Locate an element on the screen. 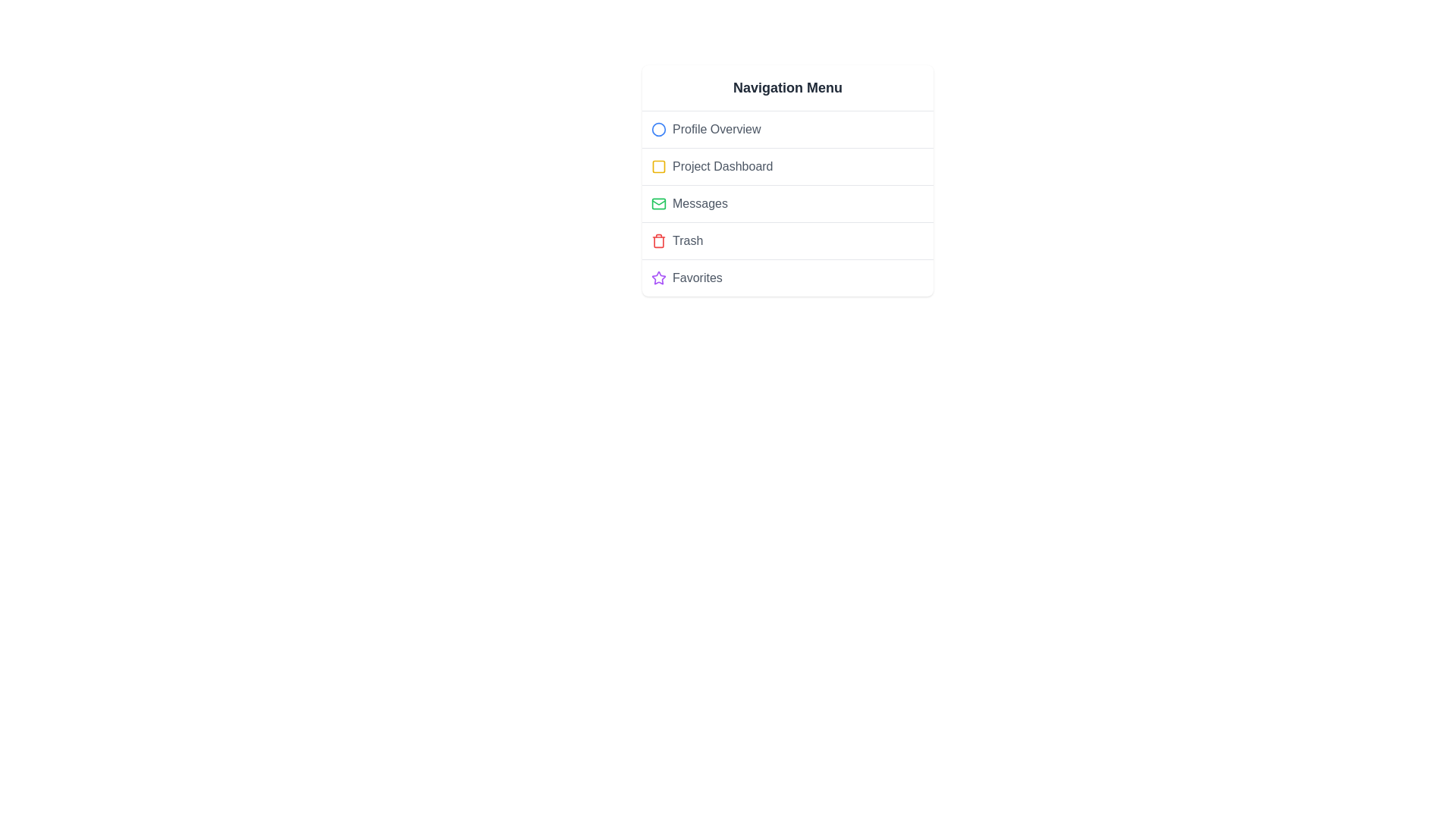  the menu item labeled Profile Overview is located at coordinates (787, 128).